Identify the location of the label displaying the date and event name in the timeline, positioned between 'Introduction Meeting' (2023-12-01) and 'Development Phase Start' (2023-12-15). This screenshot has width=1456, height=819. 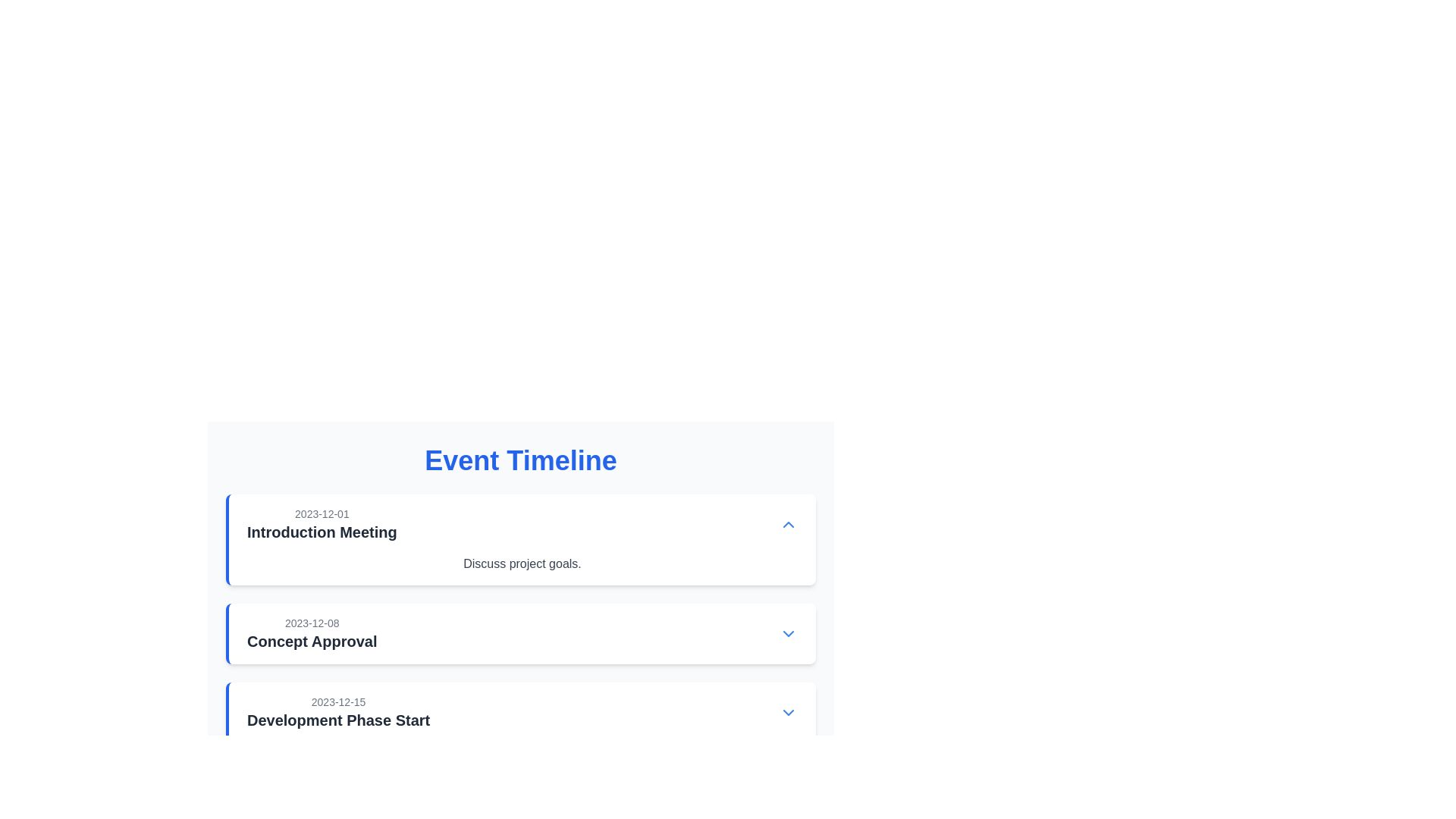
(311, 634).